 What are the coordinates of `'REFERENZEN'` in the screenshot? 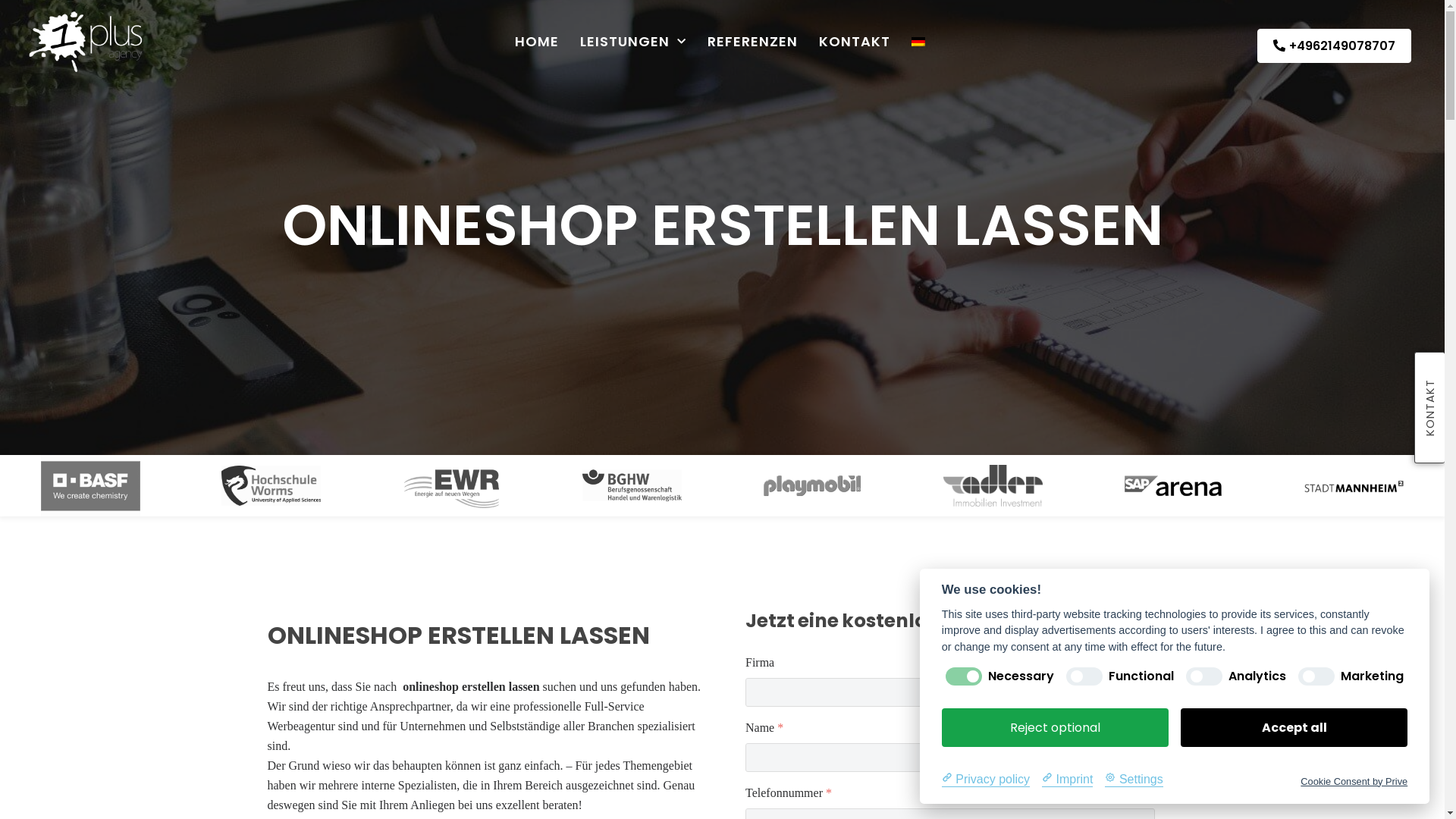 It's located at (706, 40).